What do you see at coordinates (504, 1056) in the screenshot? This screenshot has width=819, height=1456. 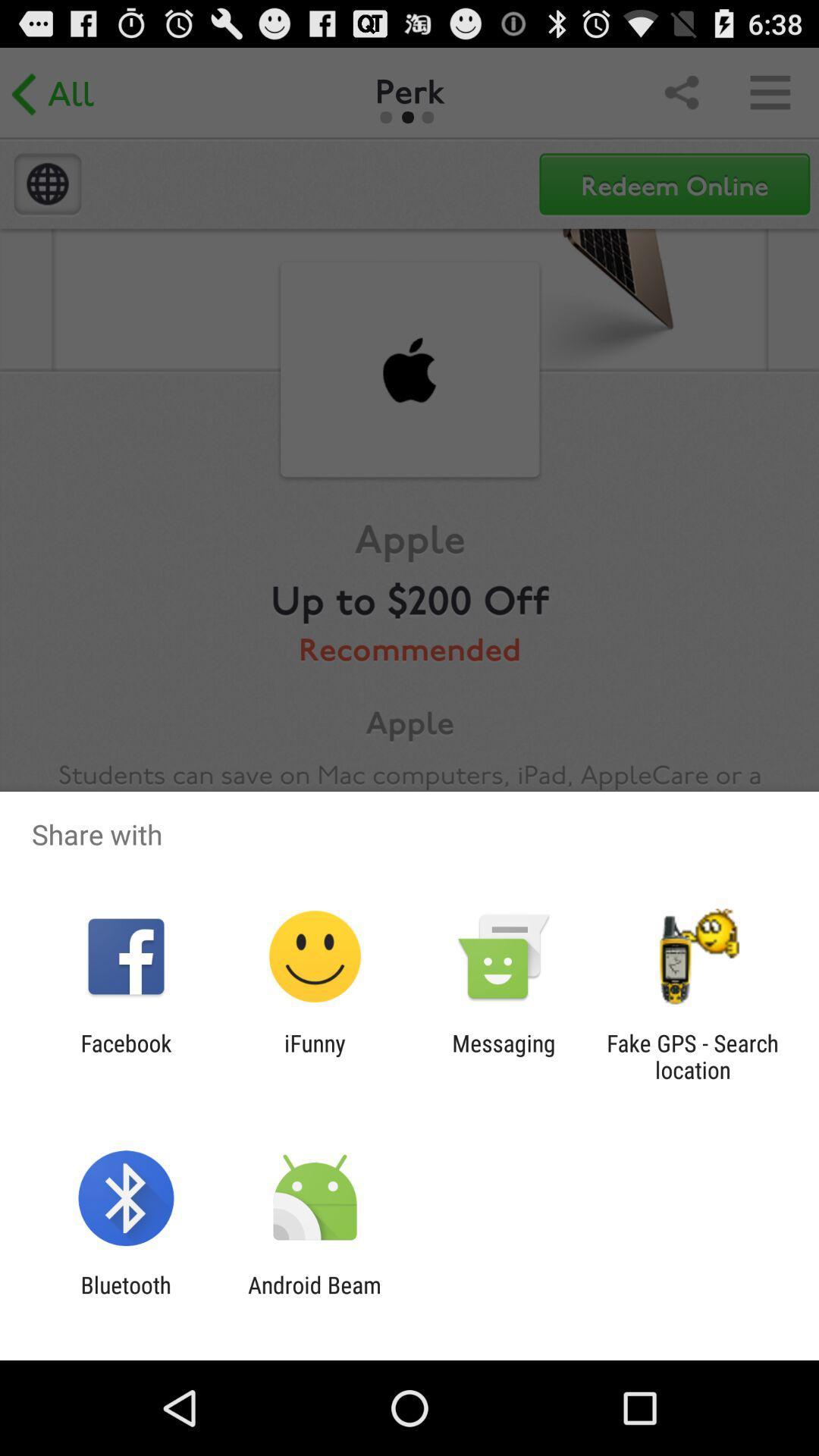 I see `messaging` at bounding box center [504, 1056].